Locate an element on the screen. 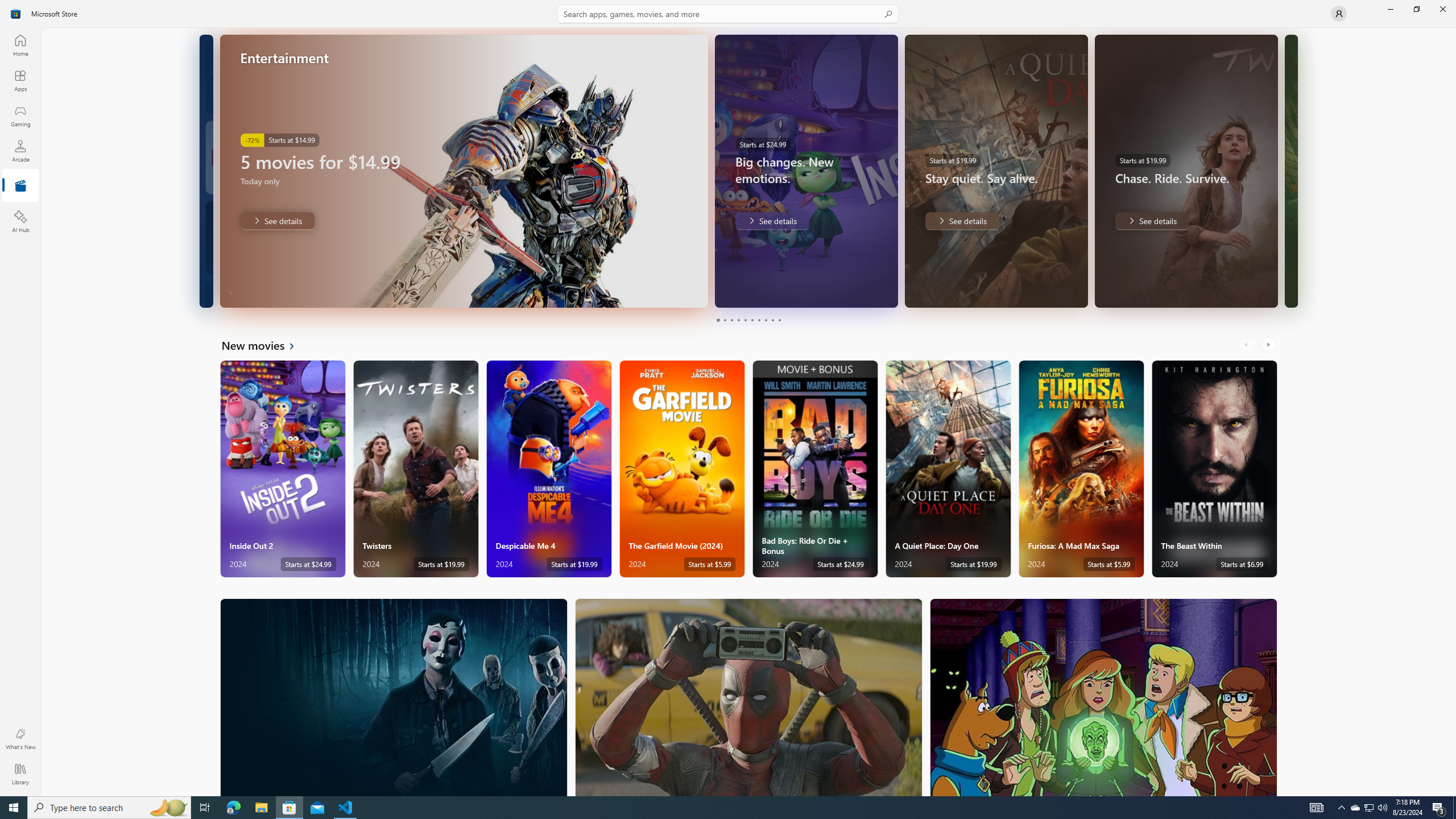 This screenshot has height=819, width=1456. 'Minimize Microsoft Store' is located at coordinates (1389, 9).